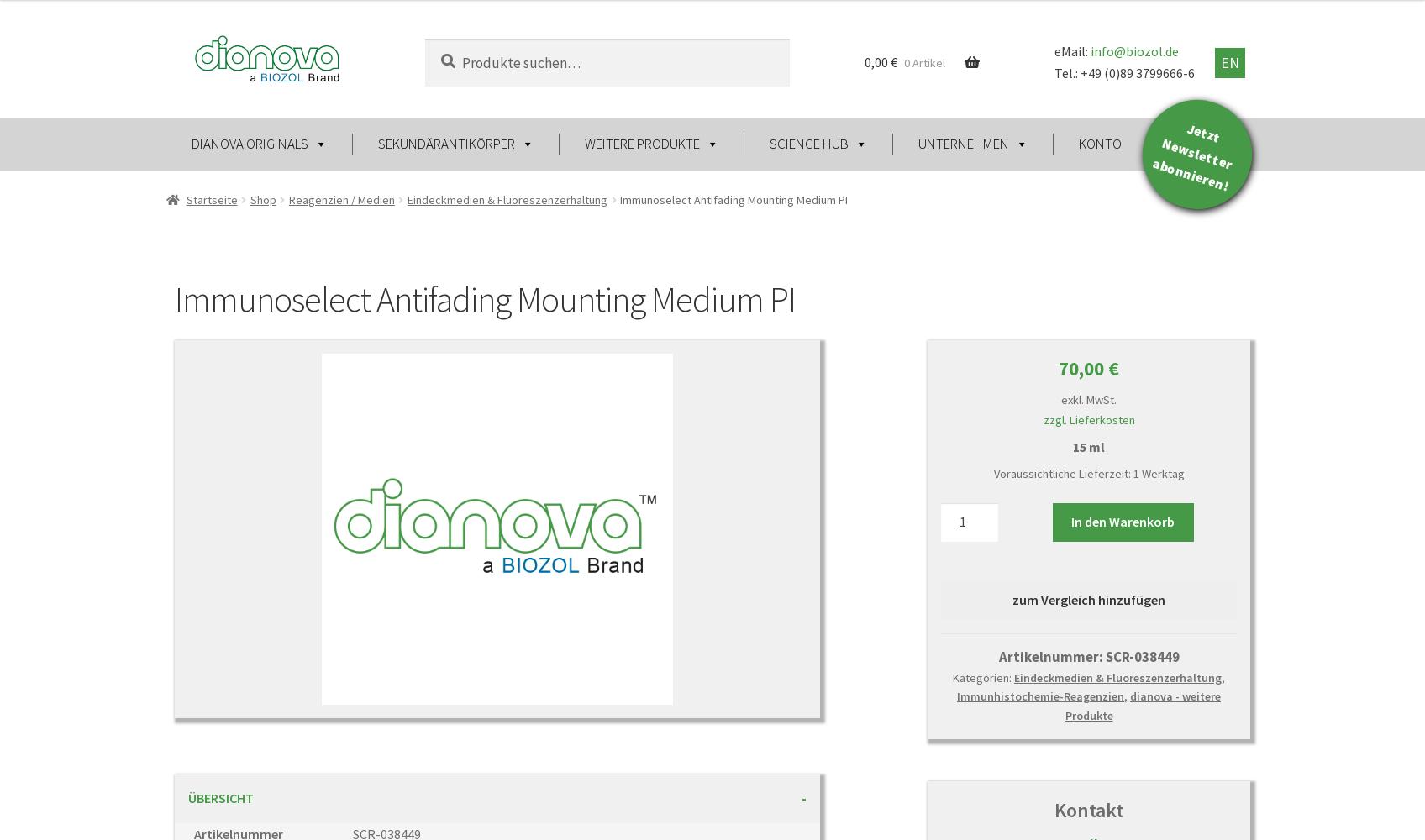  What do you see at coordinates (1088, 472) in the screenshot?
I see `'Voraussichtliche Lieferzeit: 1 Werktag'` at bounding box center [1088, 472].